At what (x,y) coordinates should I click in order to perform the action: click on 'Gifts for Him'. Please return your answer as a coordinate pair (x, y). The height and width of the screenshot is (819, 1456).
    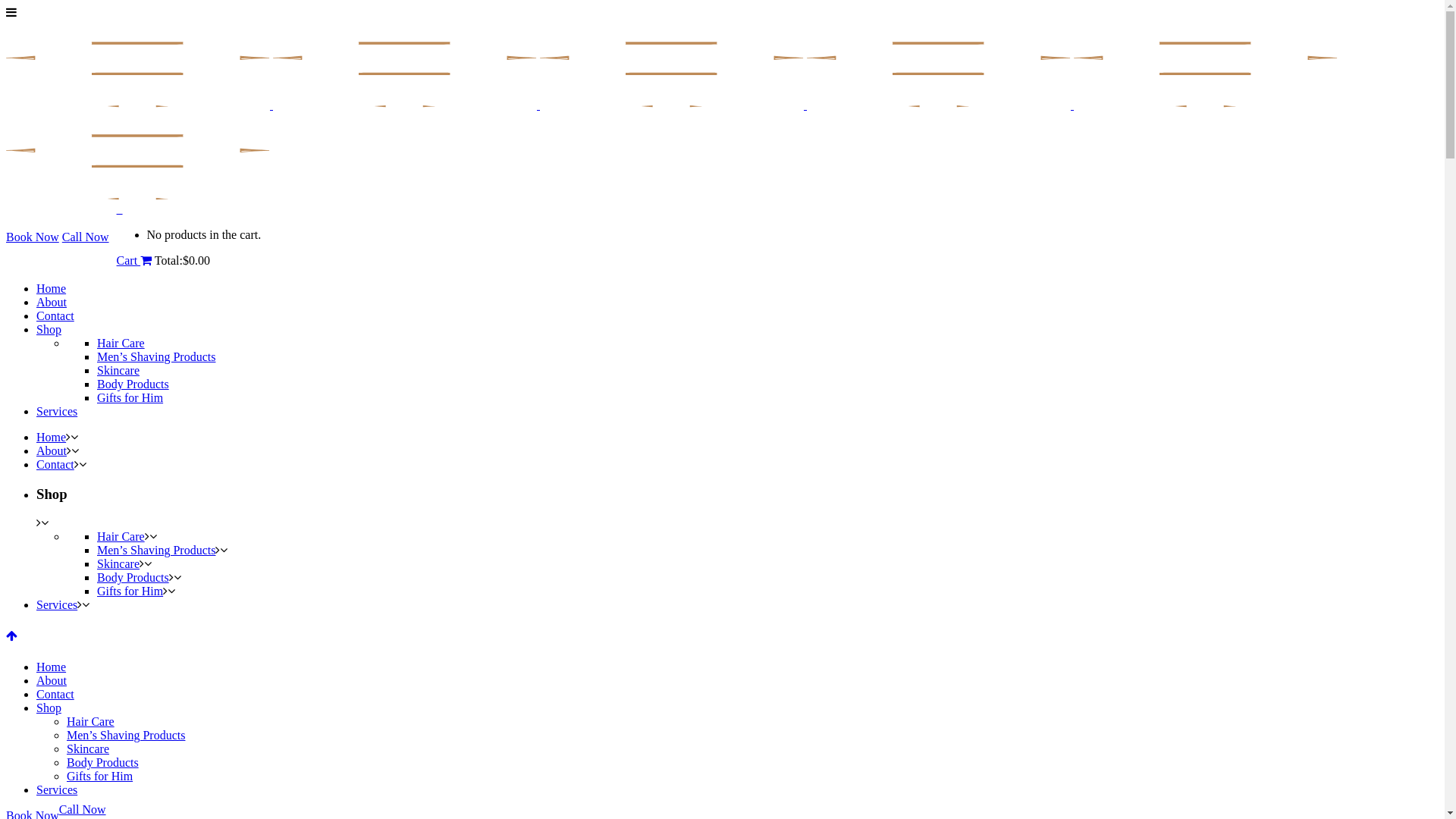
    Looking at the image, I should click on (99, 776).